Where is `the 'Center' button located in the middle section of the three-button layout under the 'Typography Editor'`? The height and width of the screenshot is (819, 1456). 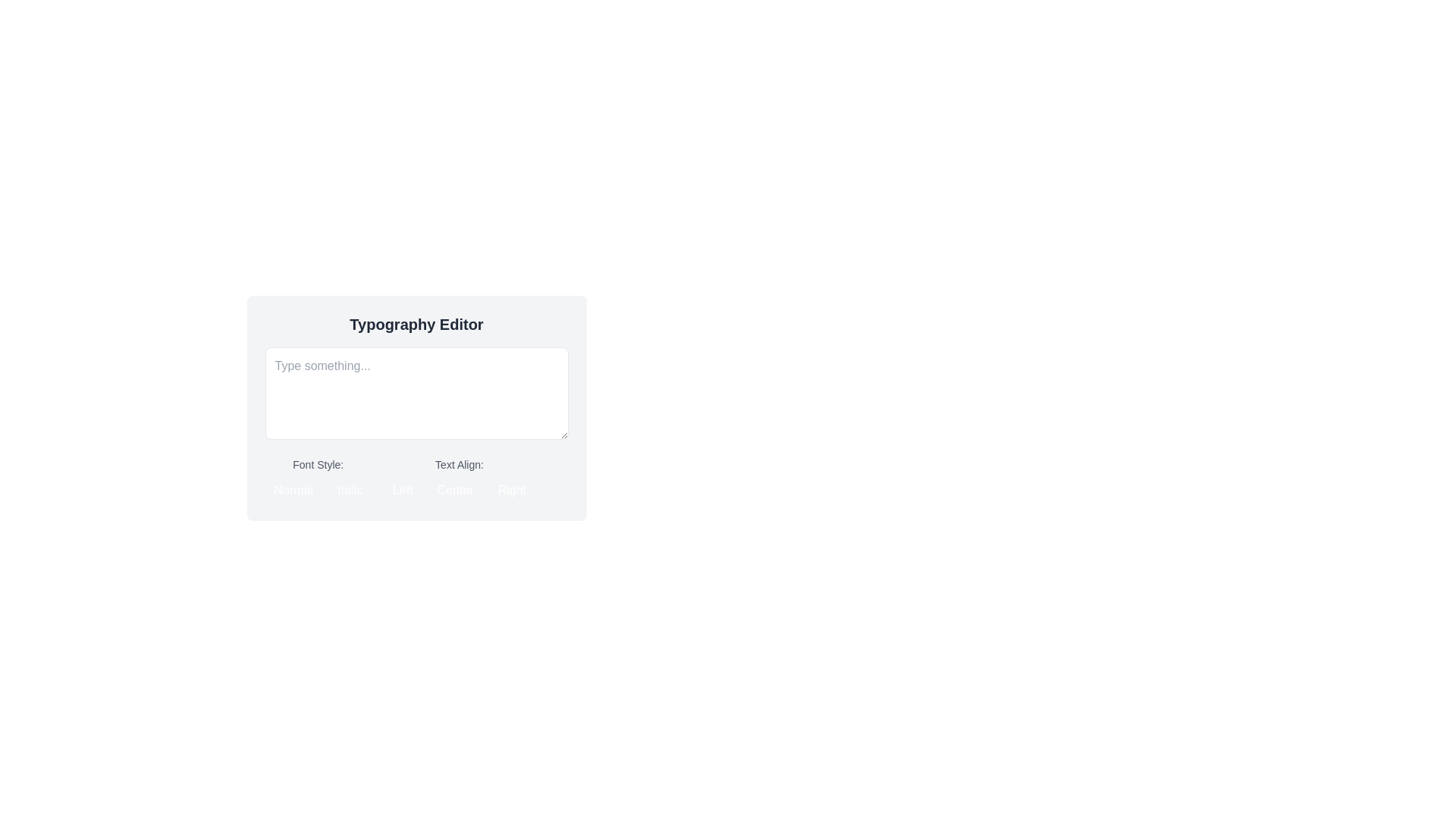 the 'Center' button located in the middle section of the three-button layout under the 'Typography Editor' is located at coordinates (454, 491).